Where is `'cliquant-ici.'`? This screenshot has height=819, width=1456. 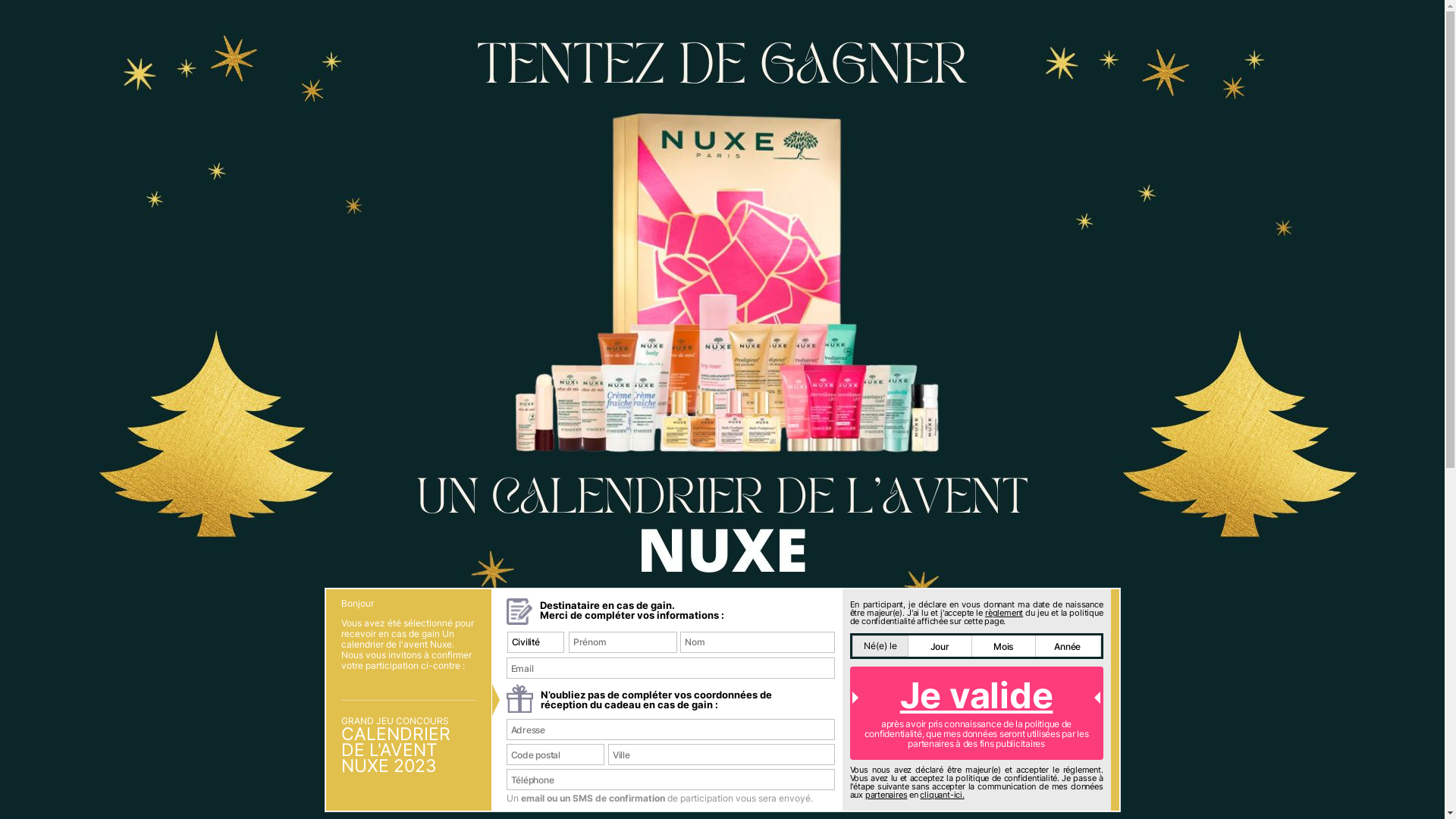
'cliquant-ici.' is located at coordinates (941, 794).